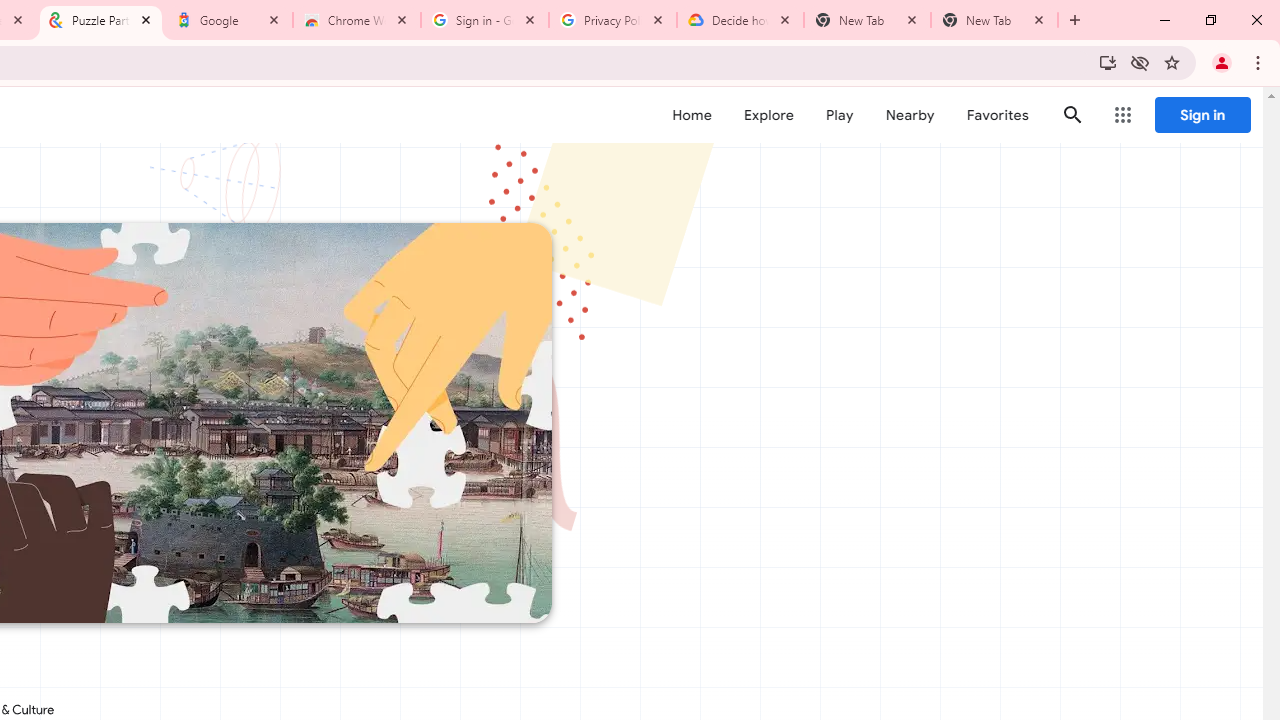 The height and width of the screenshot is (720, 1280). I want to click on 'Chrome Web Store - Color themes by Chrome', so click(357, 20).